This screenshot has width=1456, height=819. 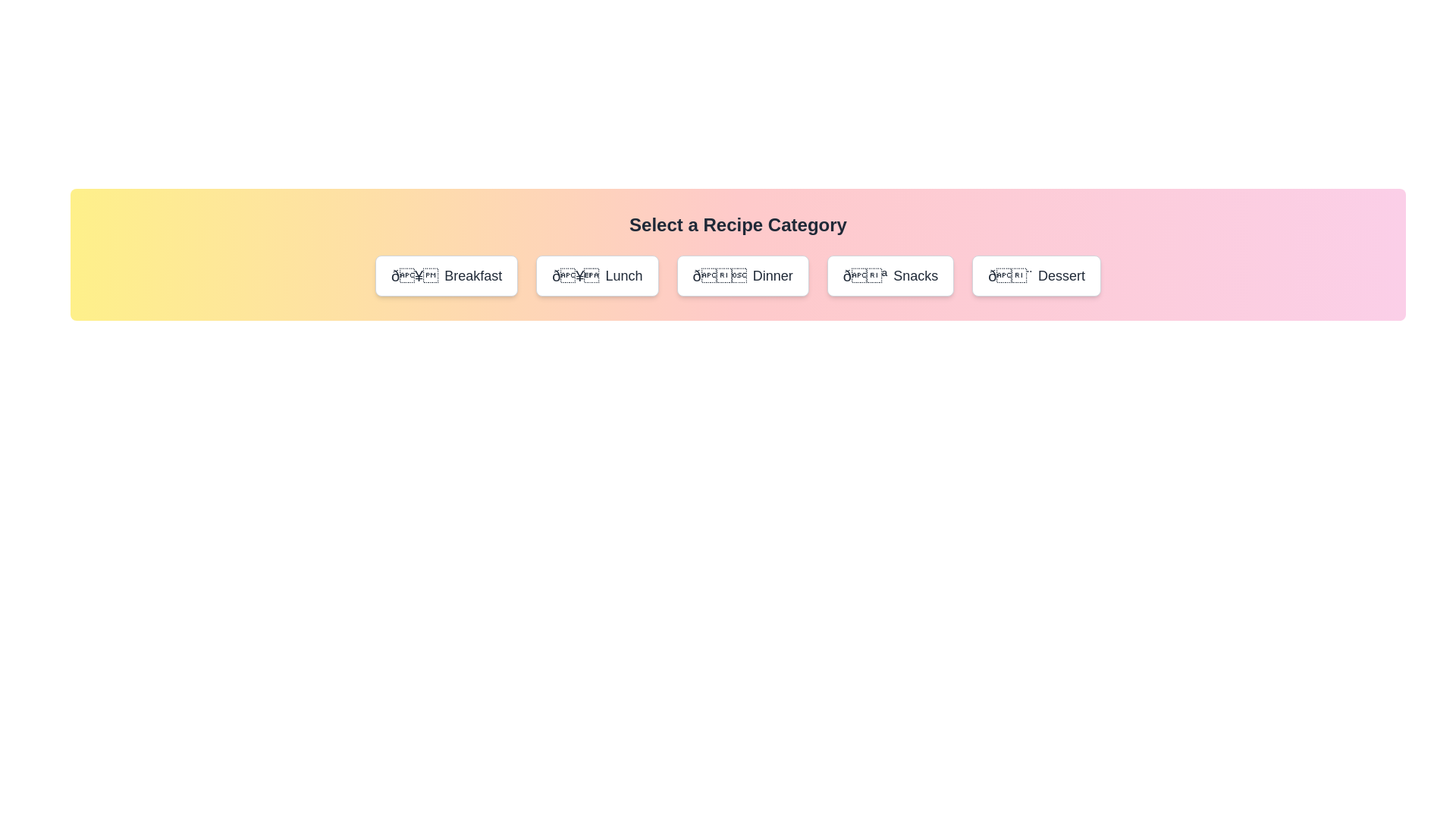 What do you see at coordinates (596, 275) in the screenshot?
I see `the category Lunch and read the displayed name` at bounding box center [596, 275].